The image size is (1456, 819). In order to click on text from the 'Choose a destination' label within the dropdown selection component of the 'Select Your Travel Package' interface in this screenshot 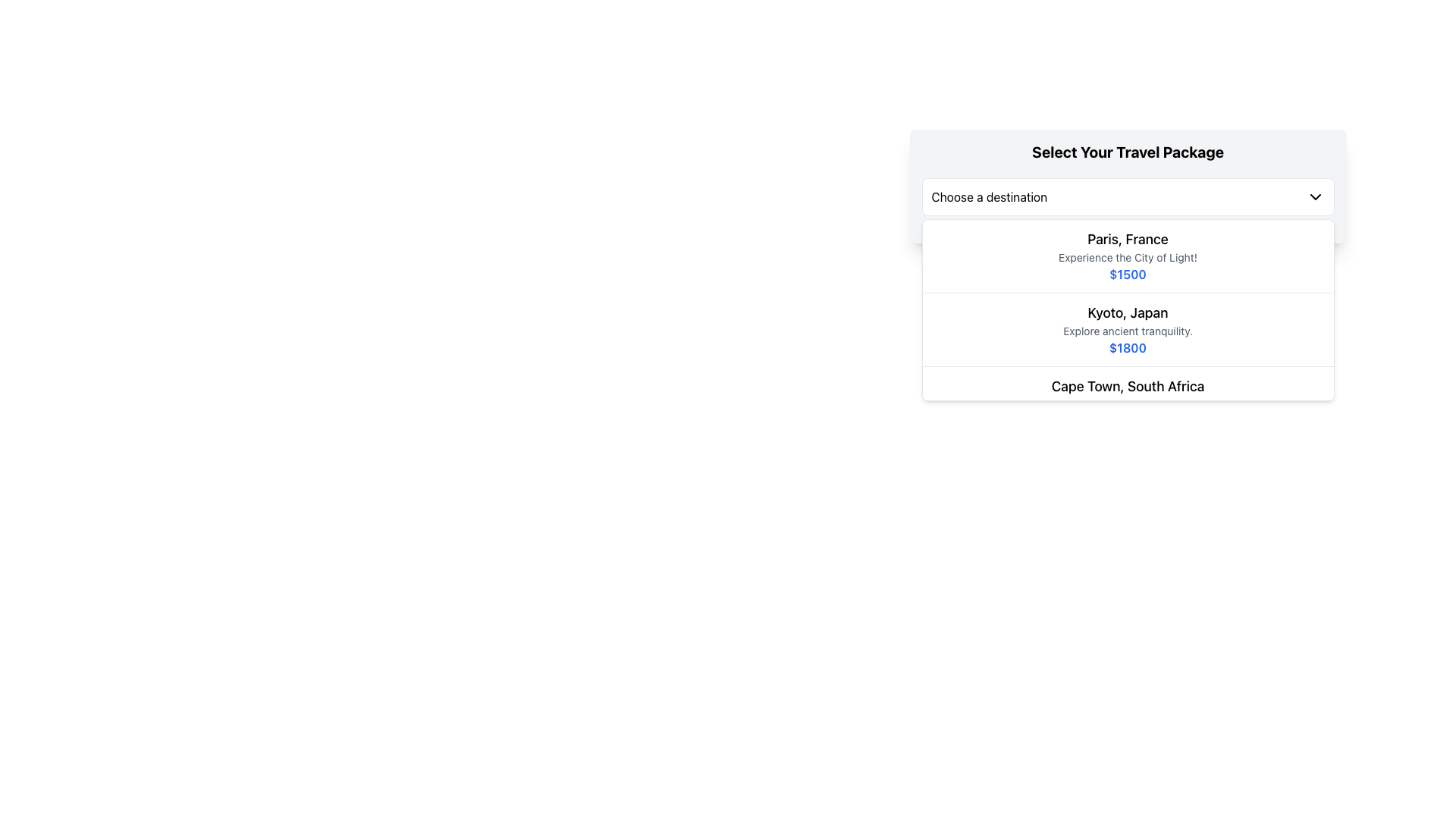, I will do `click(989, 196)`.